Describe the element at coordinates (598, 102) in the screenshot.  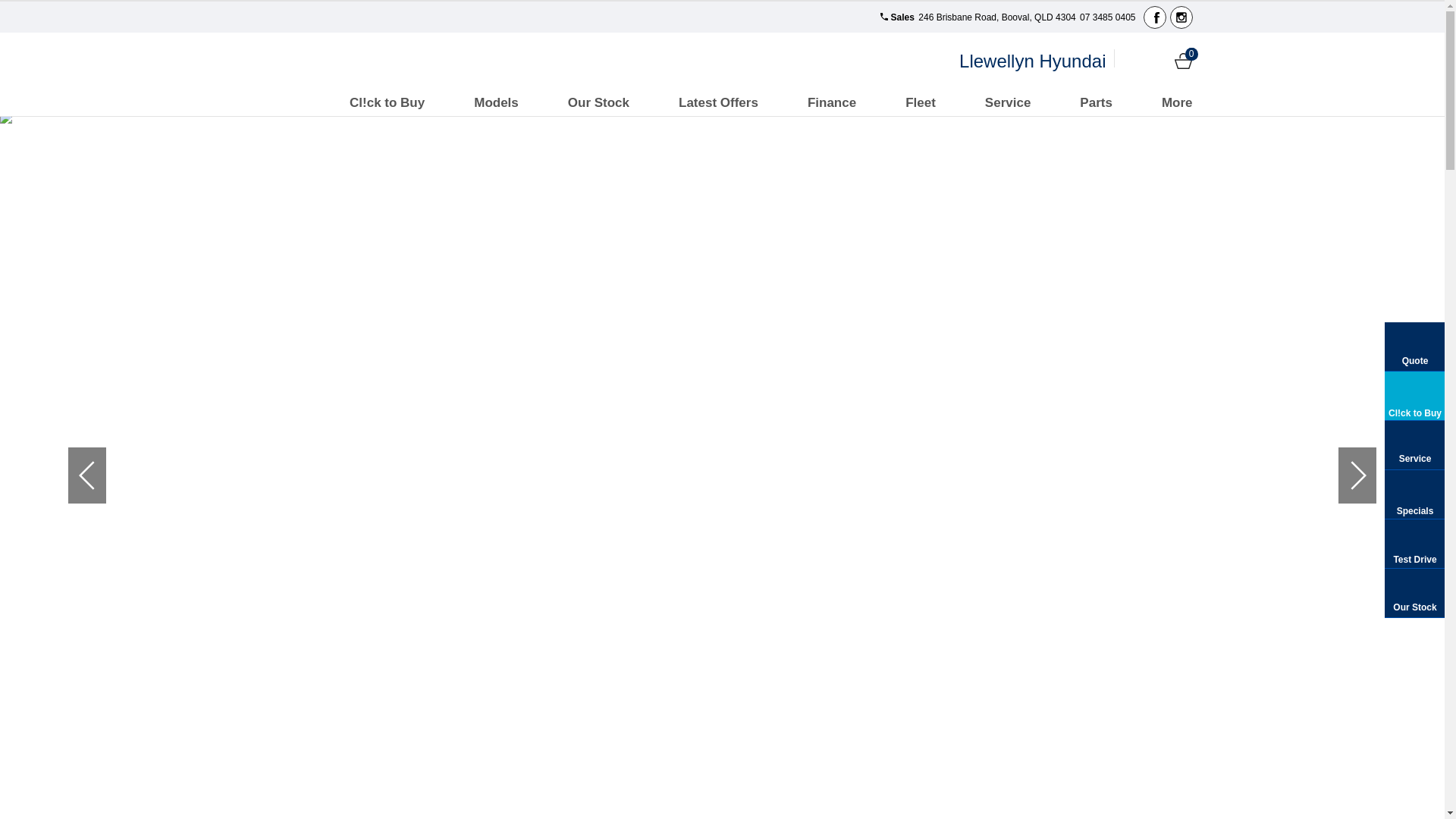
I see `'Our Stock'` at that location.